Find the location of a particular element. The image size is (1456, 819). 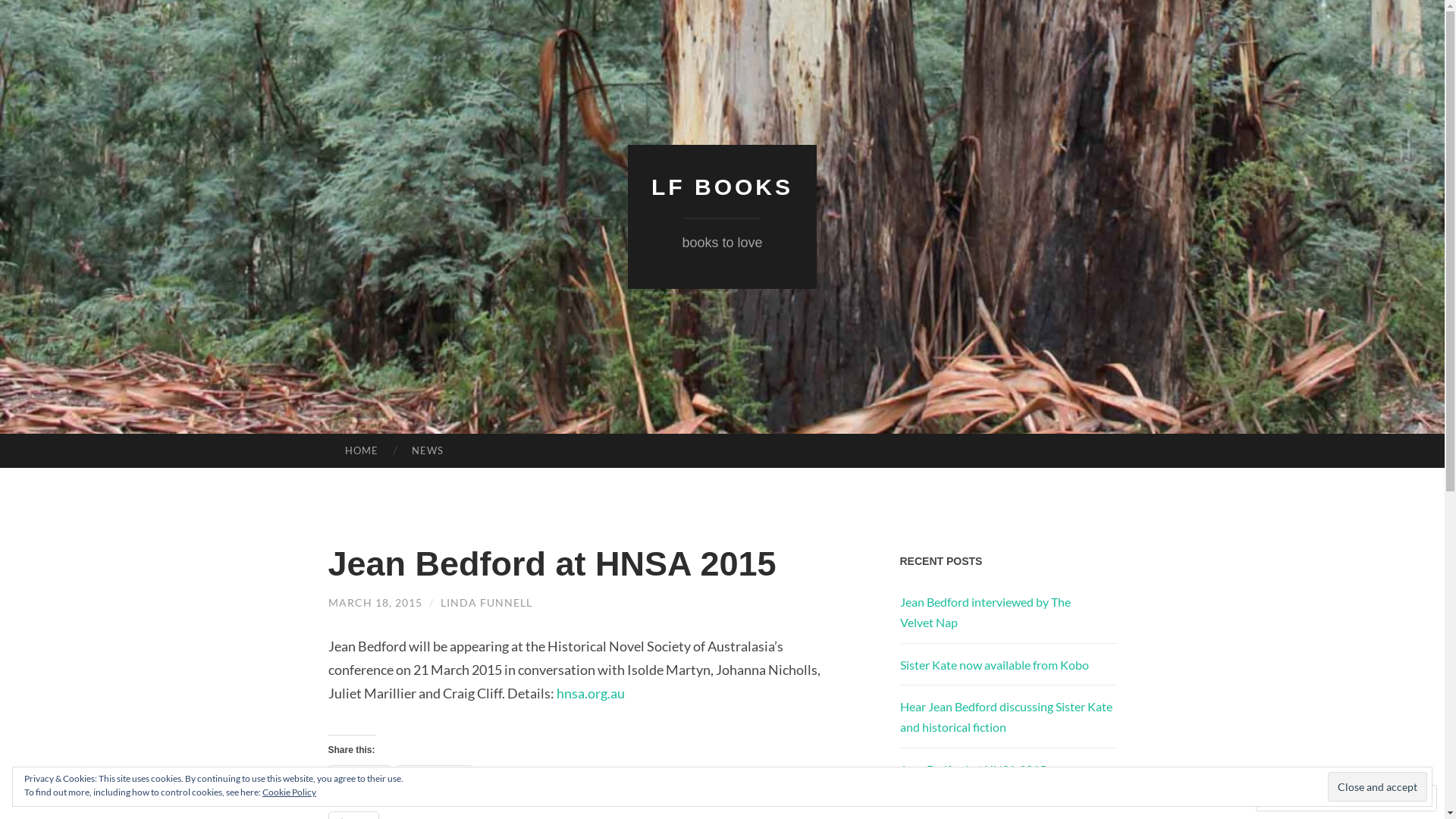

'MARCH 18, 2015' is located at coordinates (327, 601).